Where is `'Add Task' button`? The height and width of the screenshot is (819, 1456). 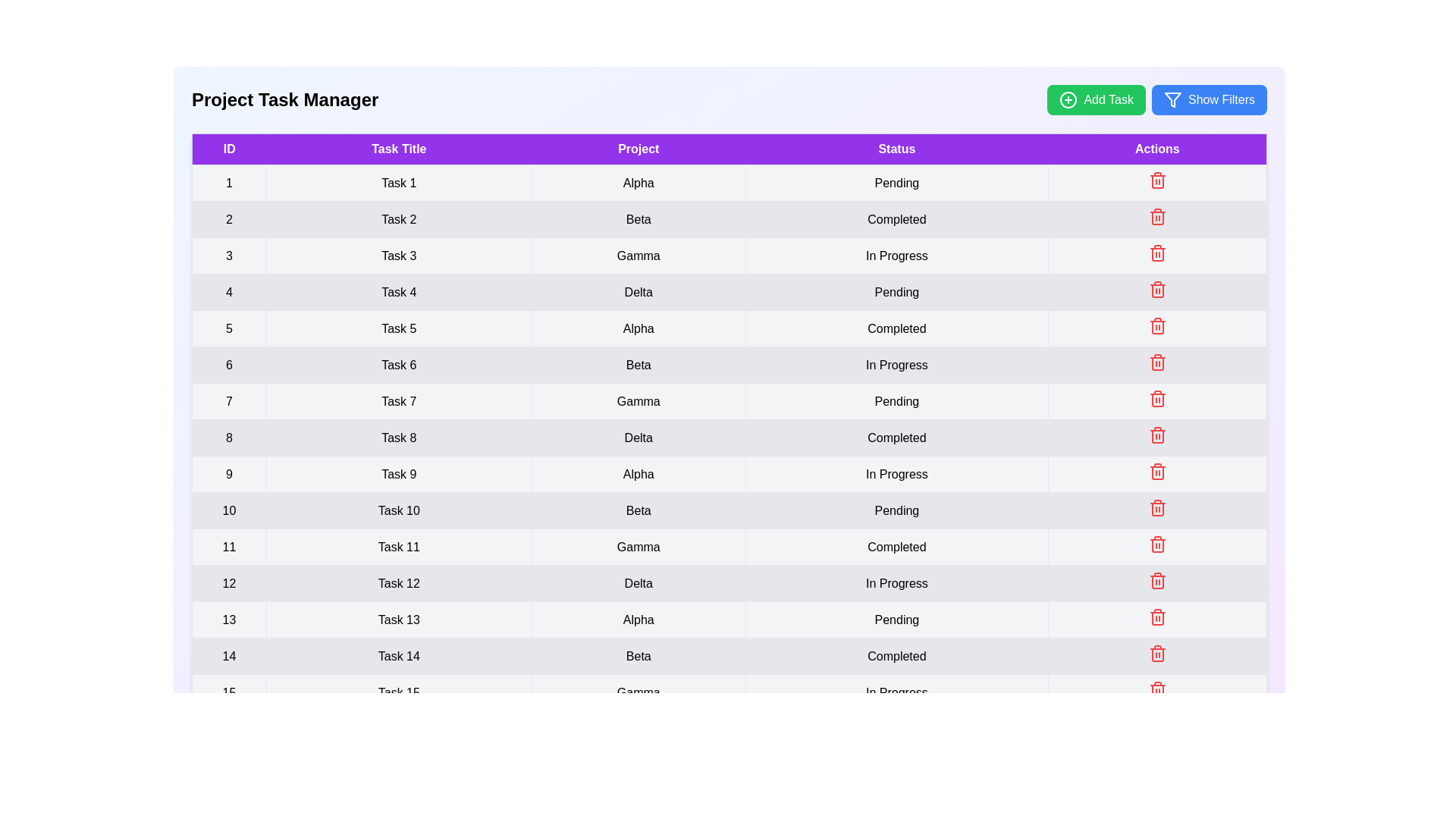
'Add Task' button is located at coordinates (1096, 99).